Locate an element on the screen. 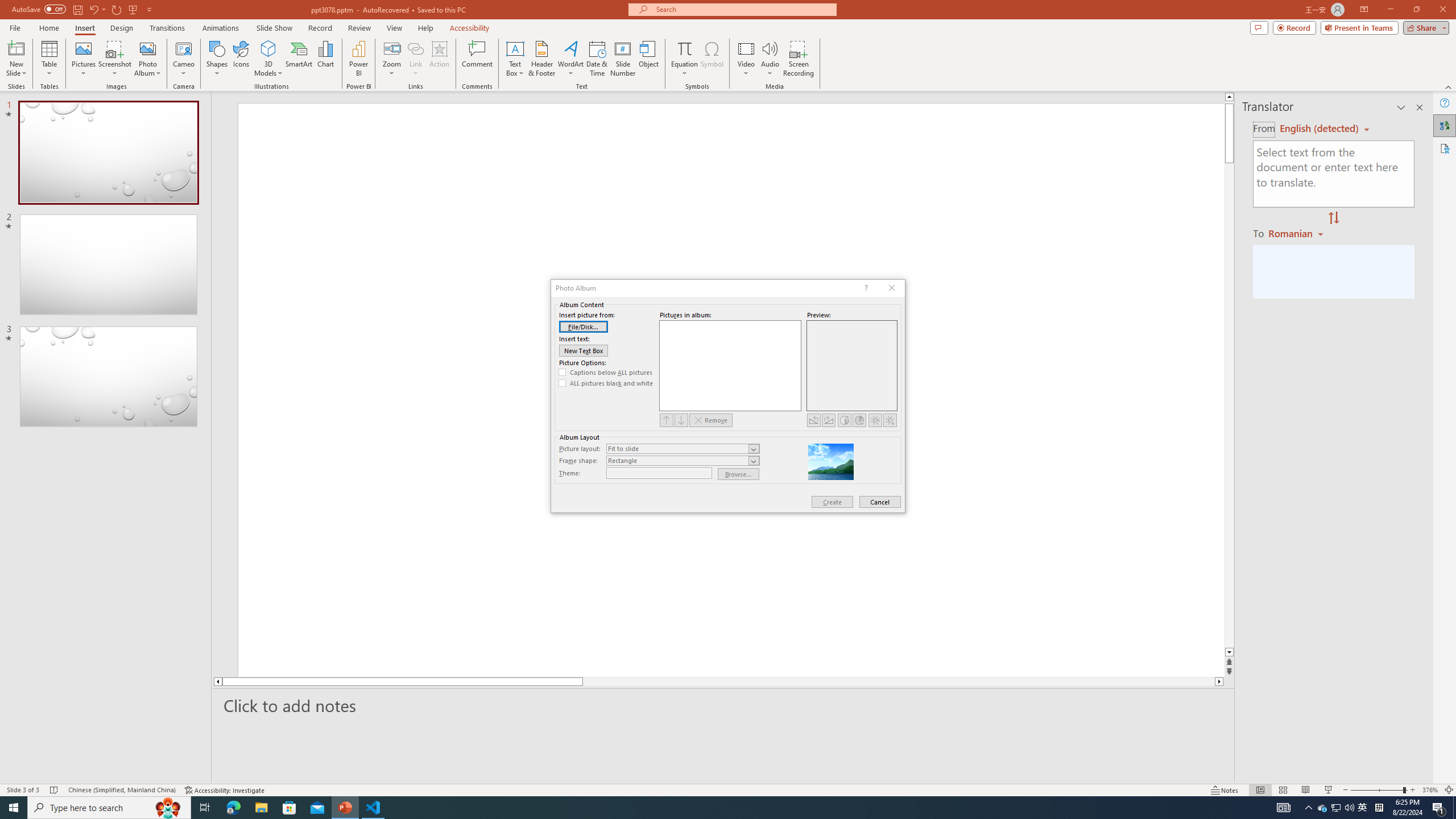 The width and height of the screenshot is (1456, 819). 'ALL pictures black and white' is located at coordinates (606, 383).